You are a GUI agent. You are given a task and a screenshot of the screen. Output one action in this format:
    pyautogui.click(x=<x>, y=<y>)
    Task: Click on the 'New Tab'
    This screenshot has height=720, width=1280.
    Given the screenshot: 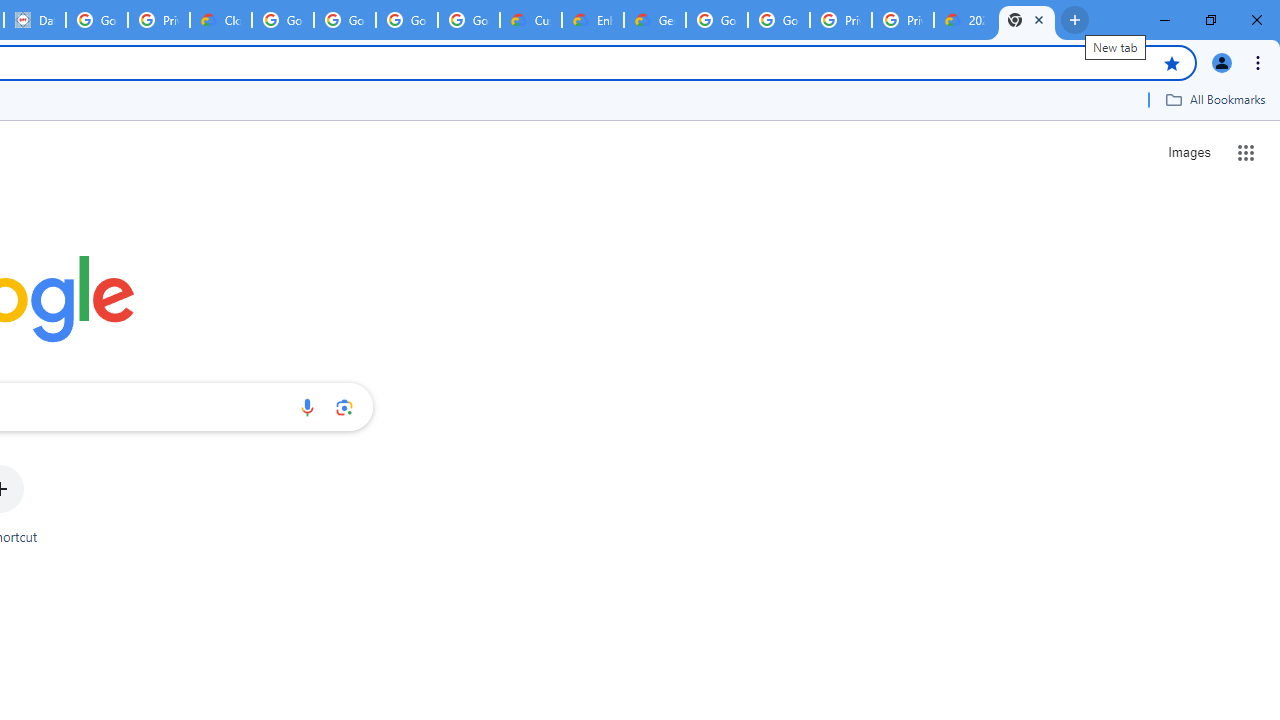 What is the action you would take?
    pyautogui.click(x=1027, y=20)
    